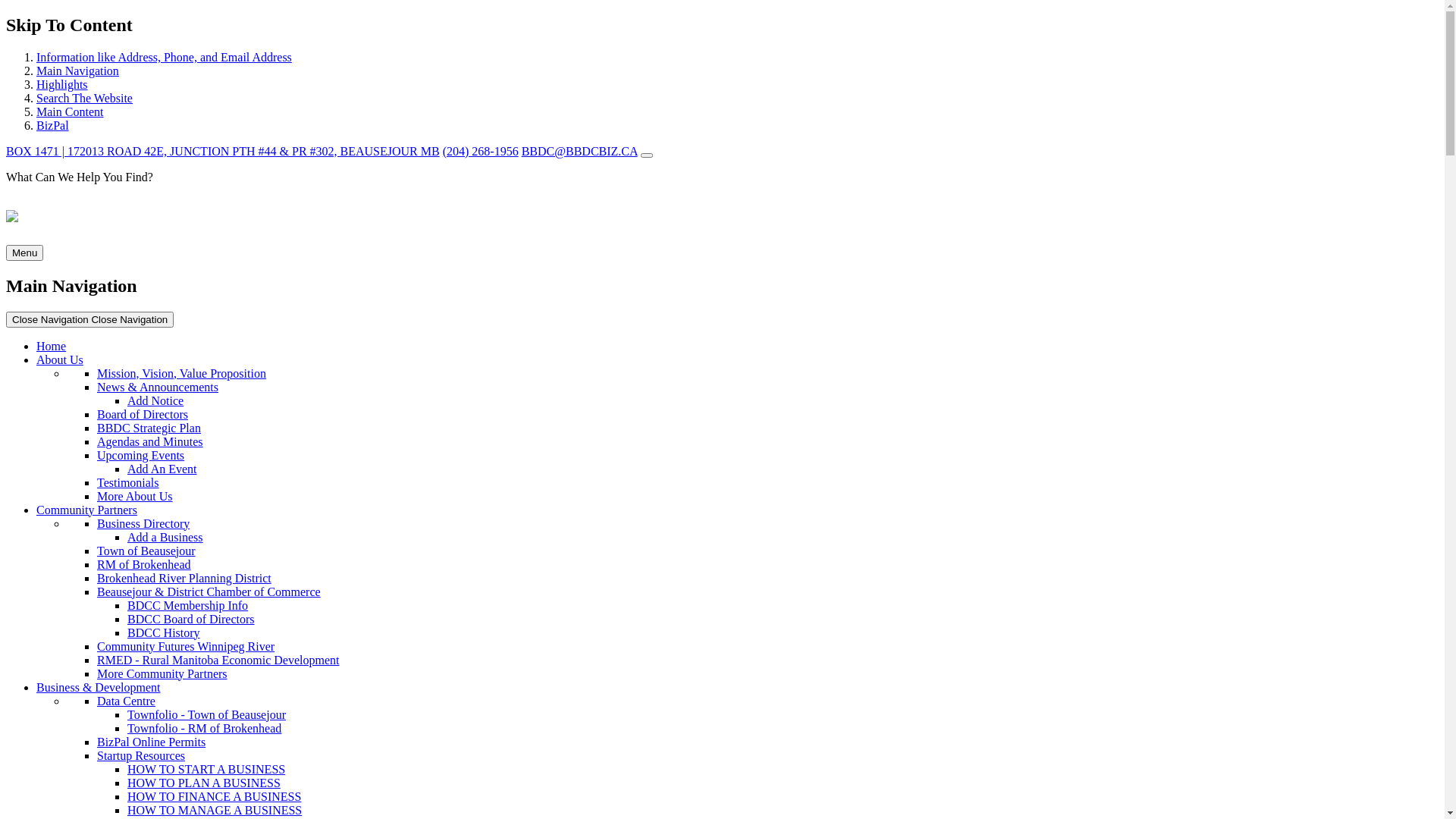 The height and width of the screenshot is (819, 1456). I want to click on 'RMED - Rural Manitoba Economic Development', so click(217, 659).